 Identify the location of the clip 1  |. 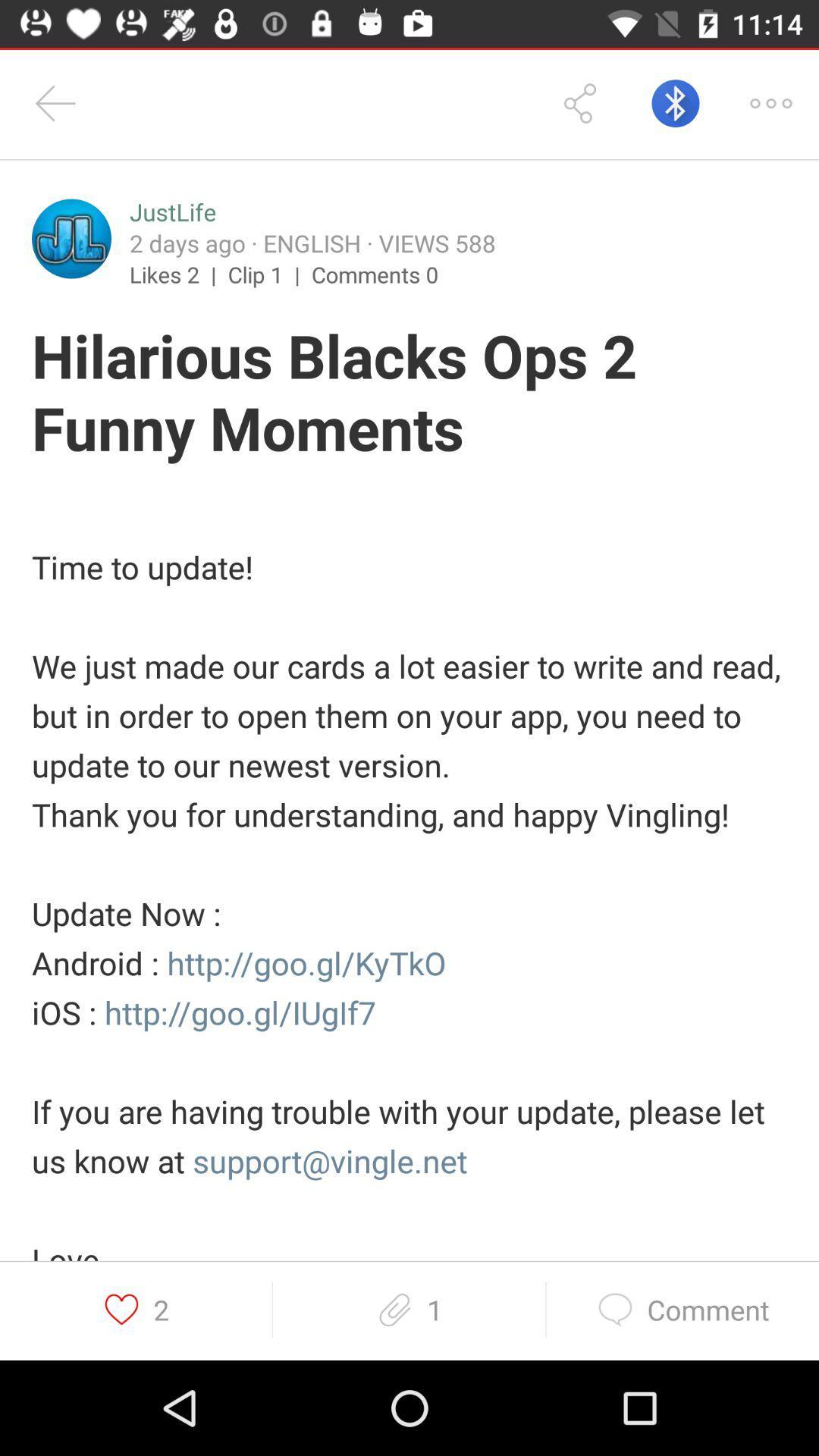
(268, 274).